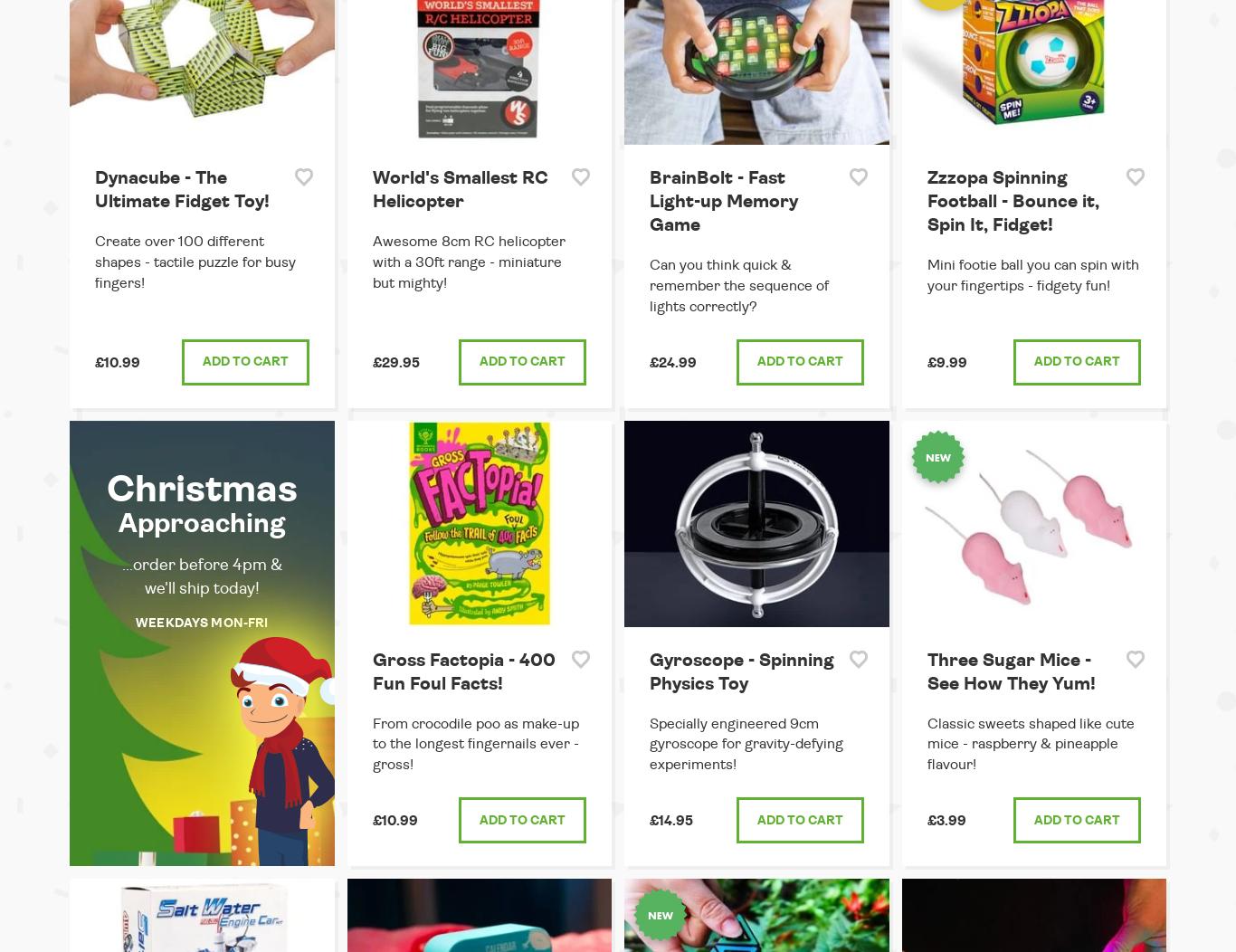 The width and height of the screenshot is (1236, 952). What do you see at coordinates (723, 201) in the screenshot?
I see `'BrainBolt - Fast Light-up Memory Game'` at bounding box center [723, 201].